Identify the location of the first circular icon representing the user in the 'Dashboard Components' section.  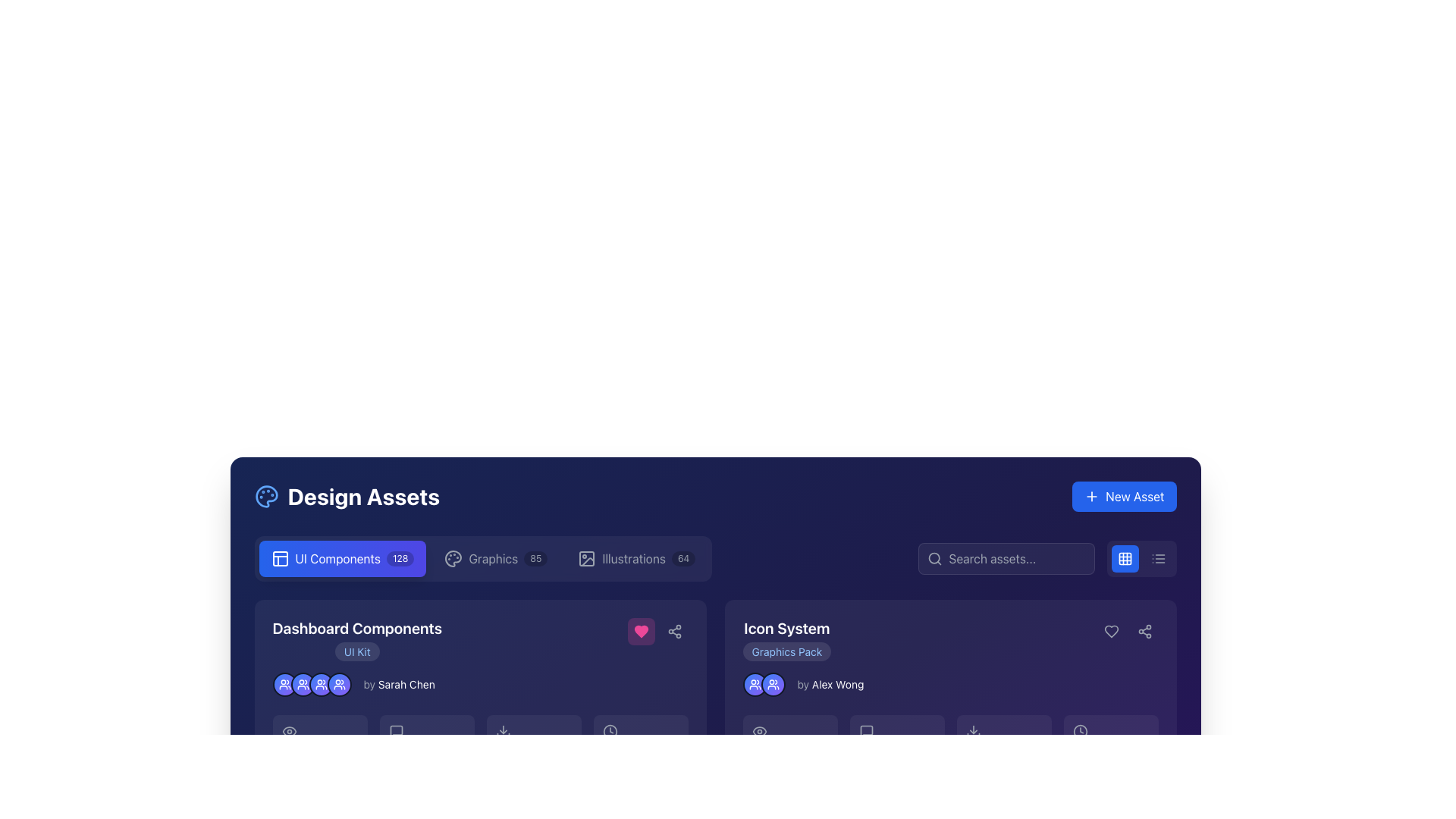
(284, 684).